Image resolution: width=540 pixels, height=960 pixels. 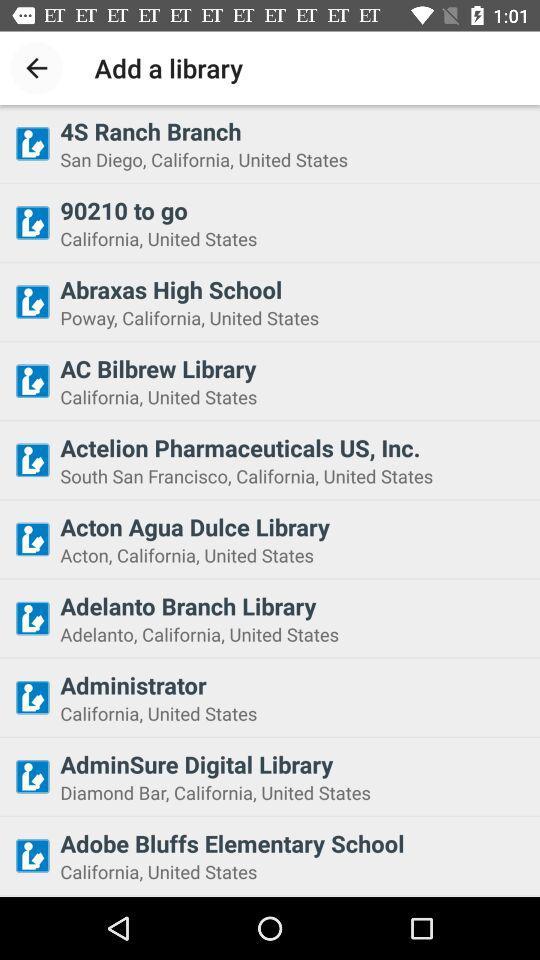 I want to click on the actelion pharmaceuticals us, so click(x=293, y=447).